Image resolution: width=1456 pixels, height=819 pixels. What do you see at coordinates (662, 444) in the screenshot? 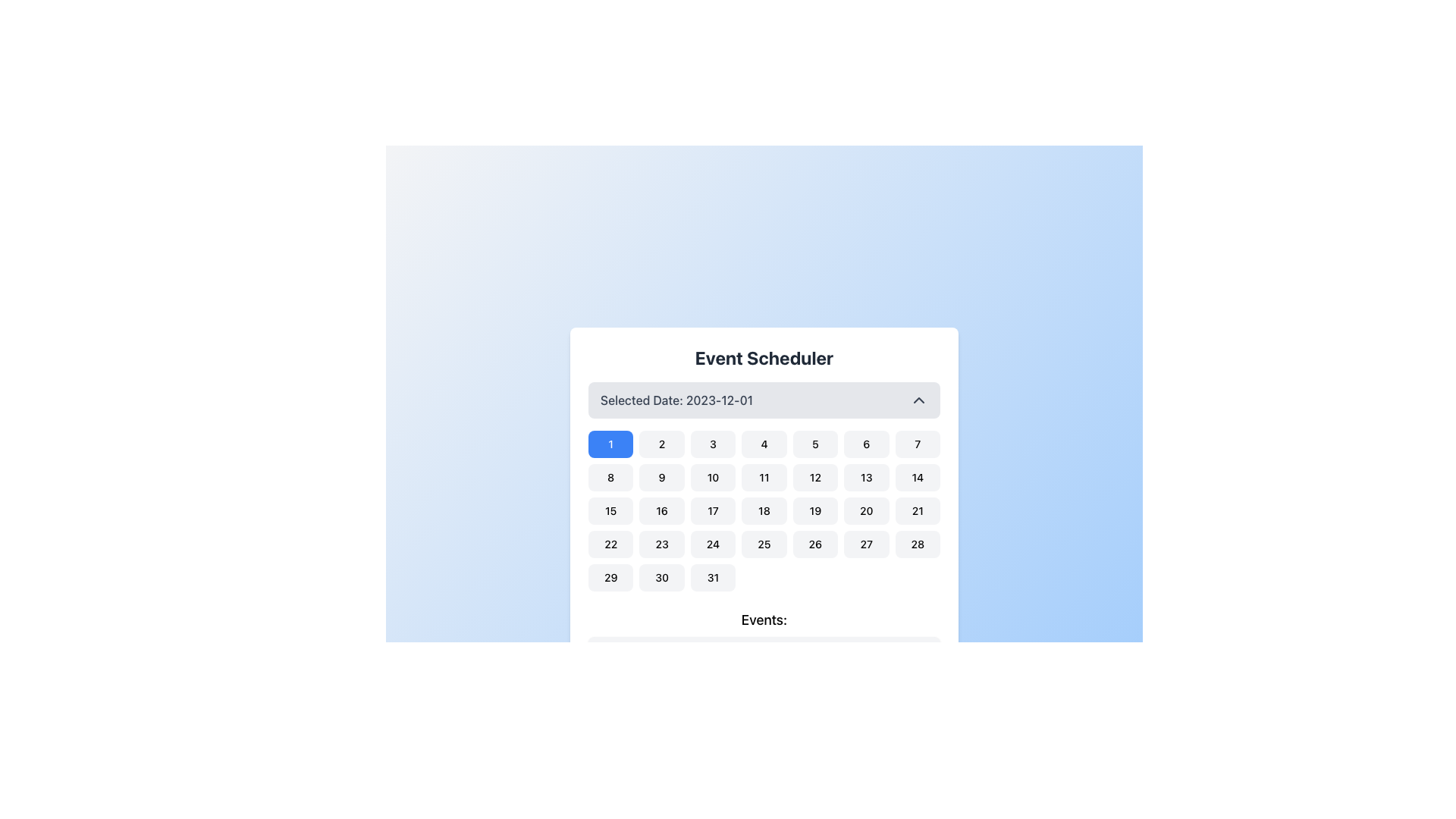
I see `the second button in the top row of the calendar grid to trigger its hover state` at bounding box center [662, 444].